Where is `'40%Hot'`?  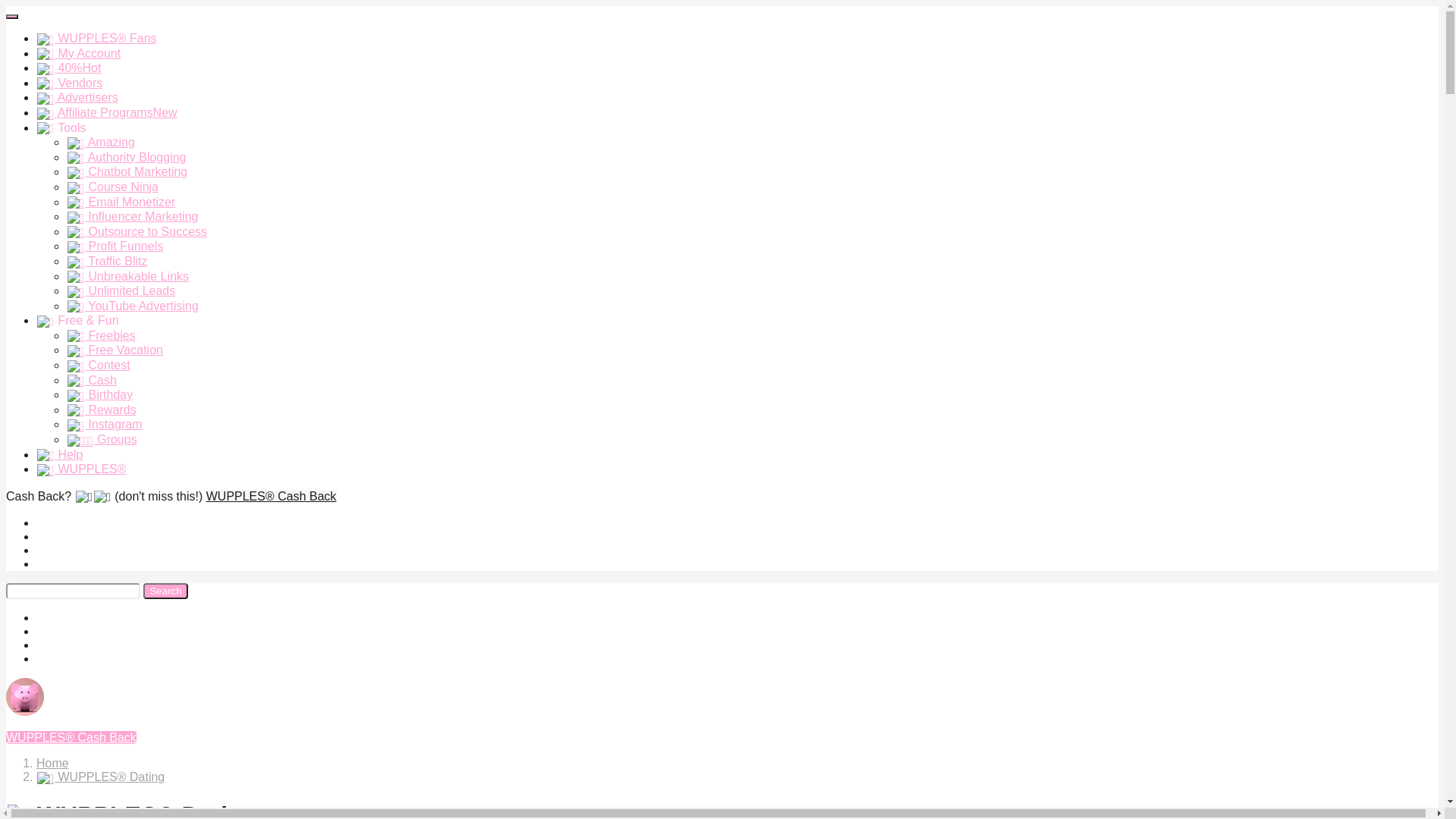 '40%Hot' is located at coordinates (67, 67).